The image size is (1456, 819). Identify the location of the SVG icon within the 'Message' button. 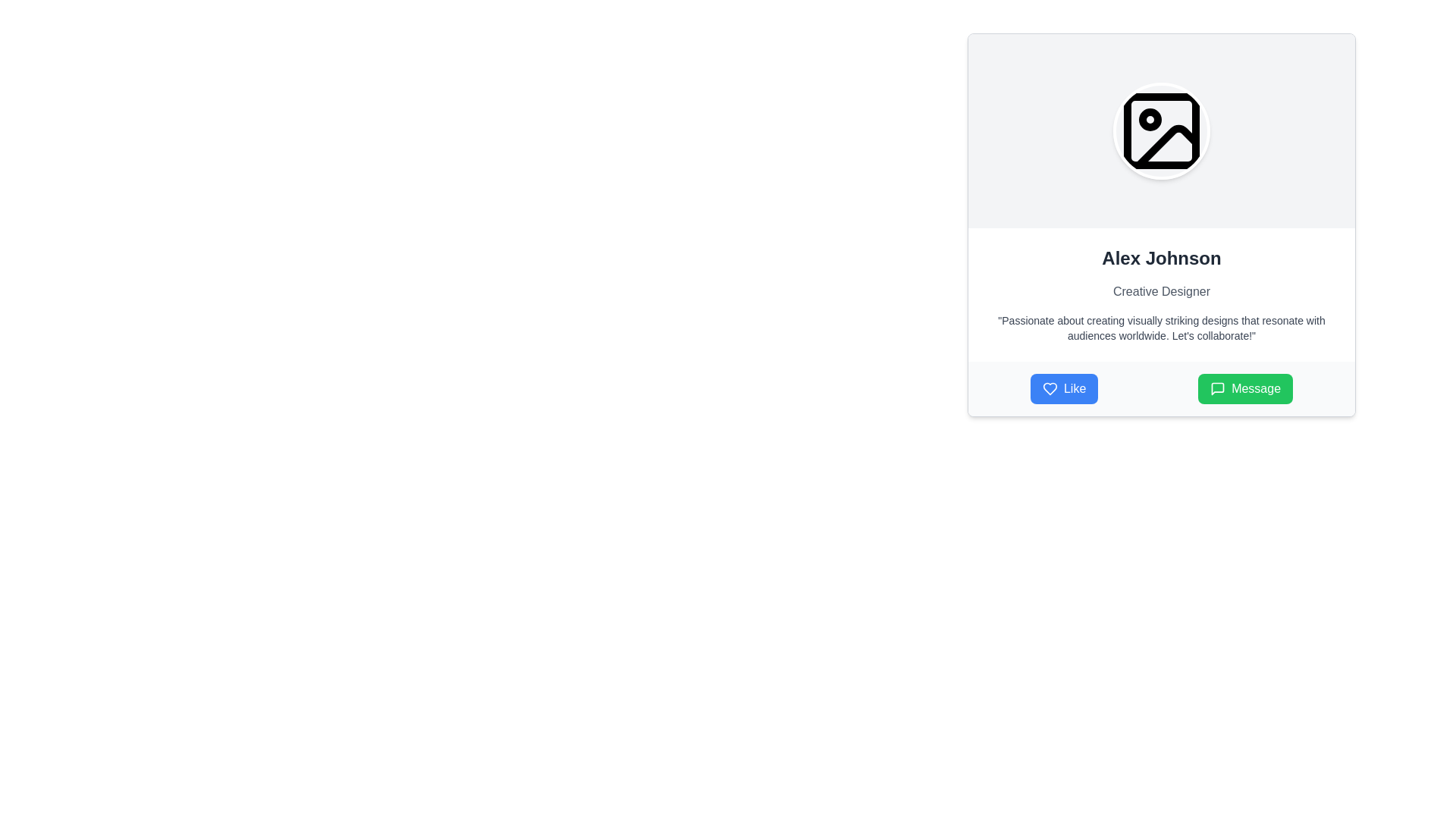
(1218, 388).